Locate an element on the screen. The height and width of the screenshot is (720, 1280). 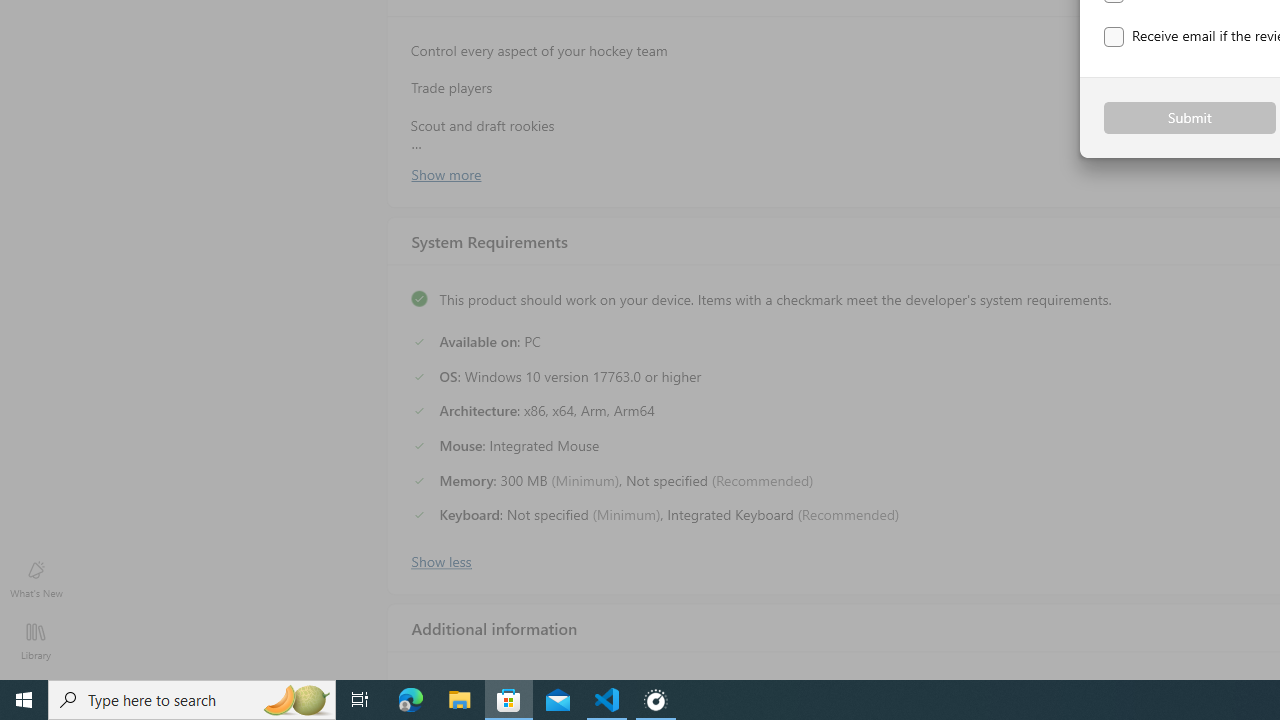
'Library' is located at coordinates (35, 640).